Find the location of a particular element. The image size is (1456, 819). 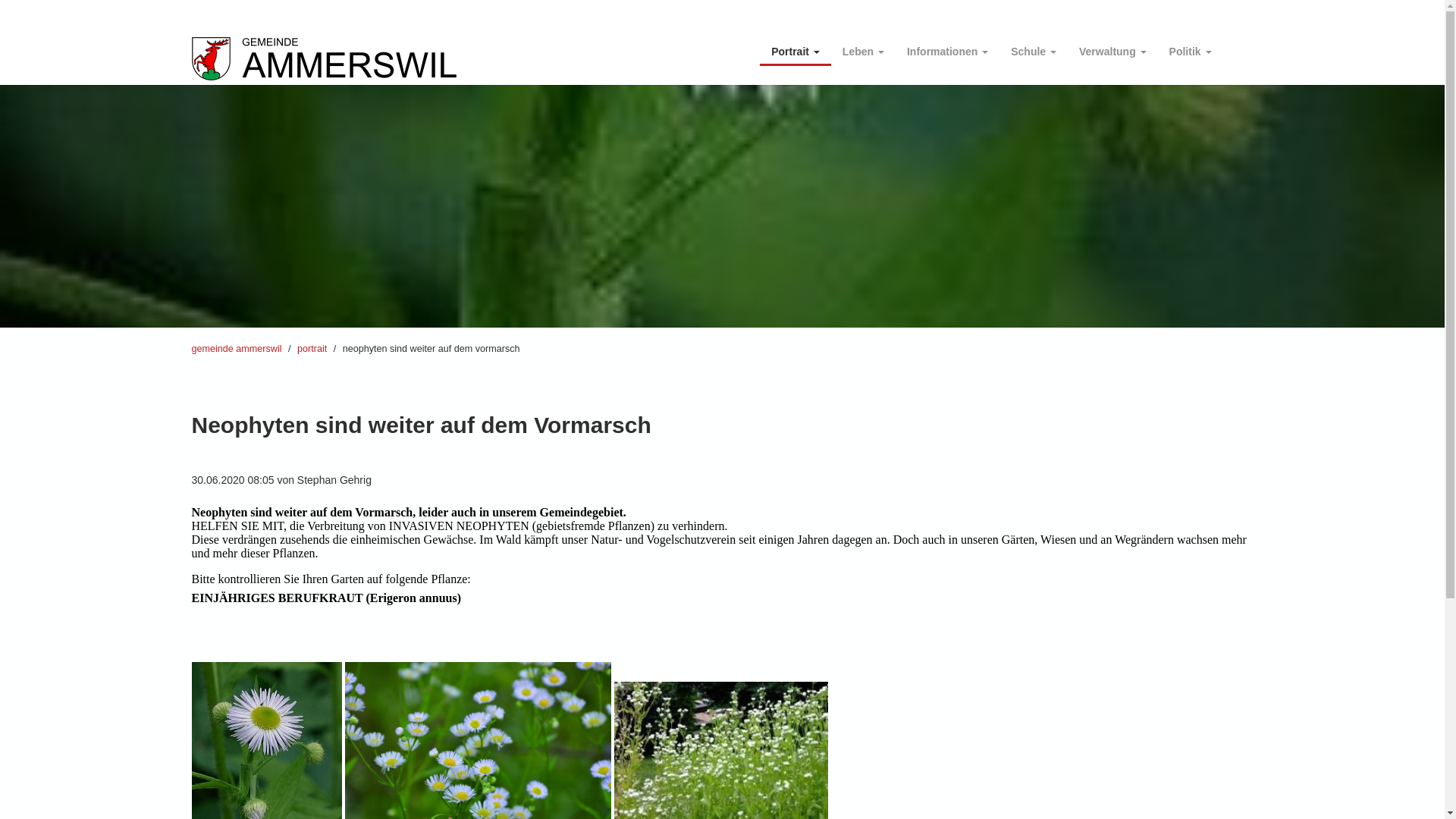

'gemeinde ammerswil' is located at coordinates (235, 348).